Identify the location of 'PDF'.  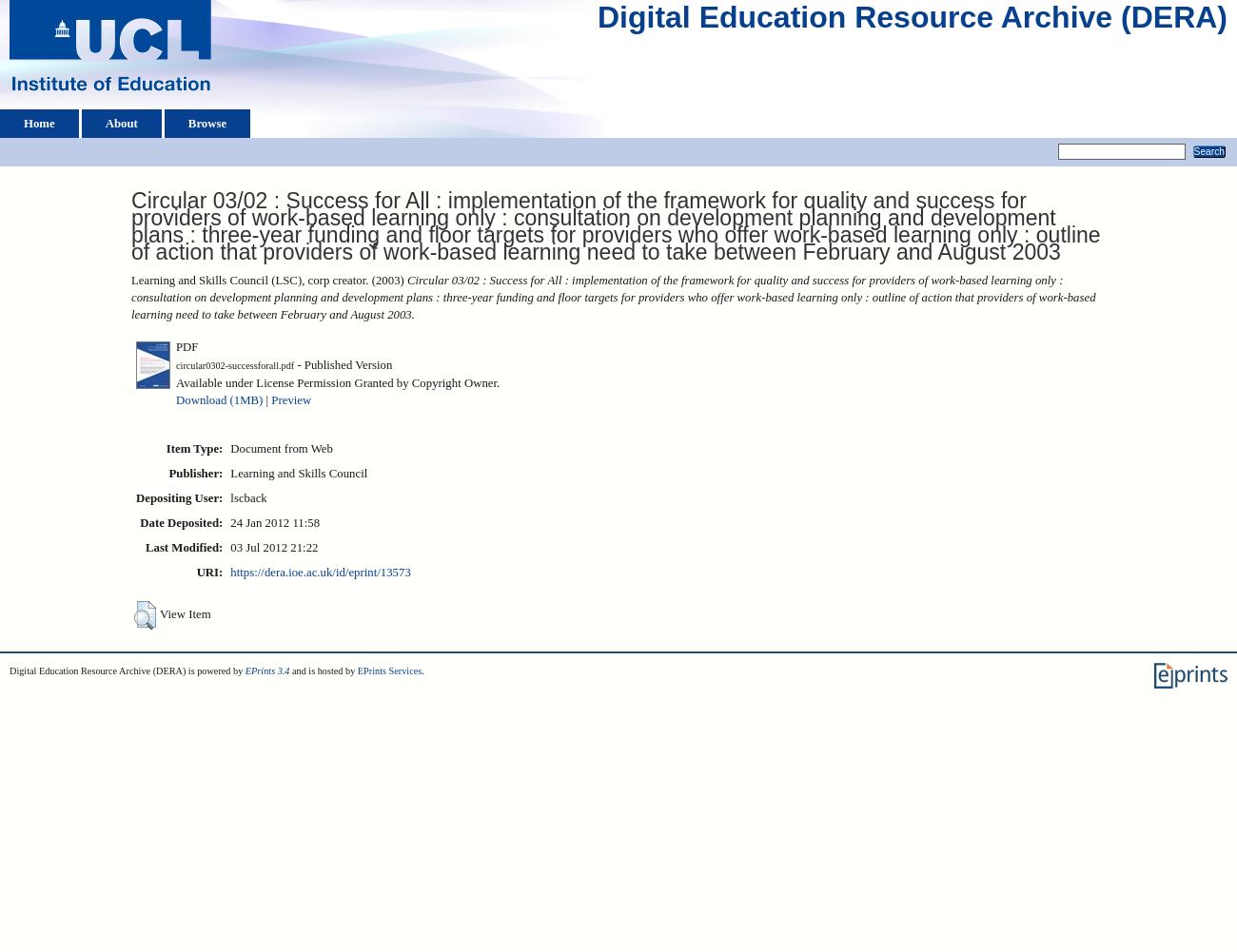
(187, 344).